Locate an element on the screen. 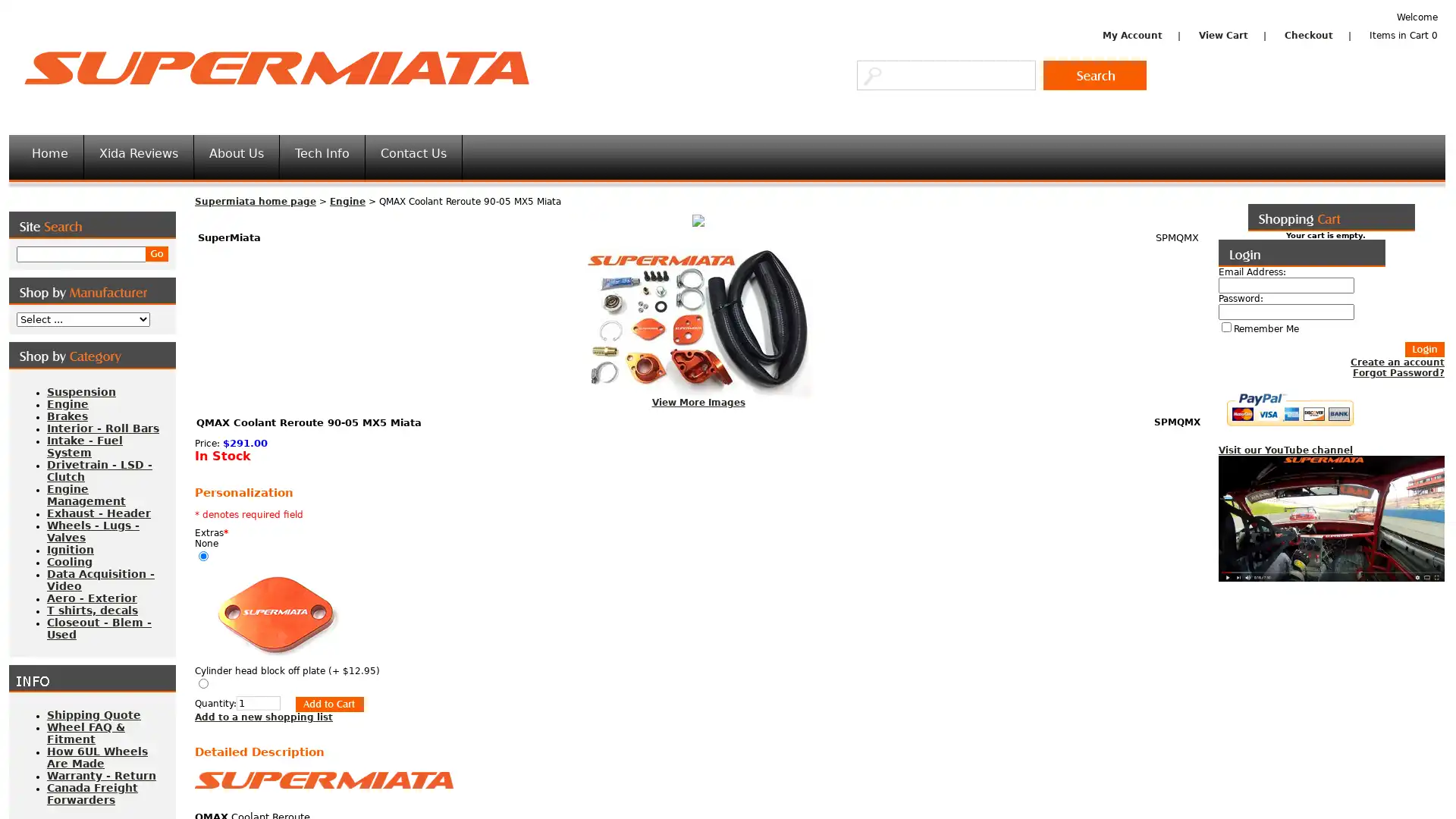  Submit is located at coordinates (1423, 350).